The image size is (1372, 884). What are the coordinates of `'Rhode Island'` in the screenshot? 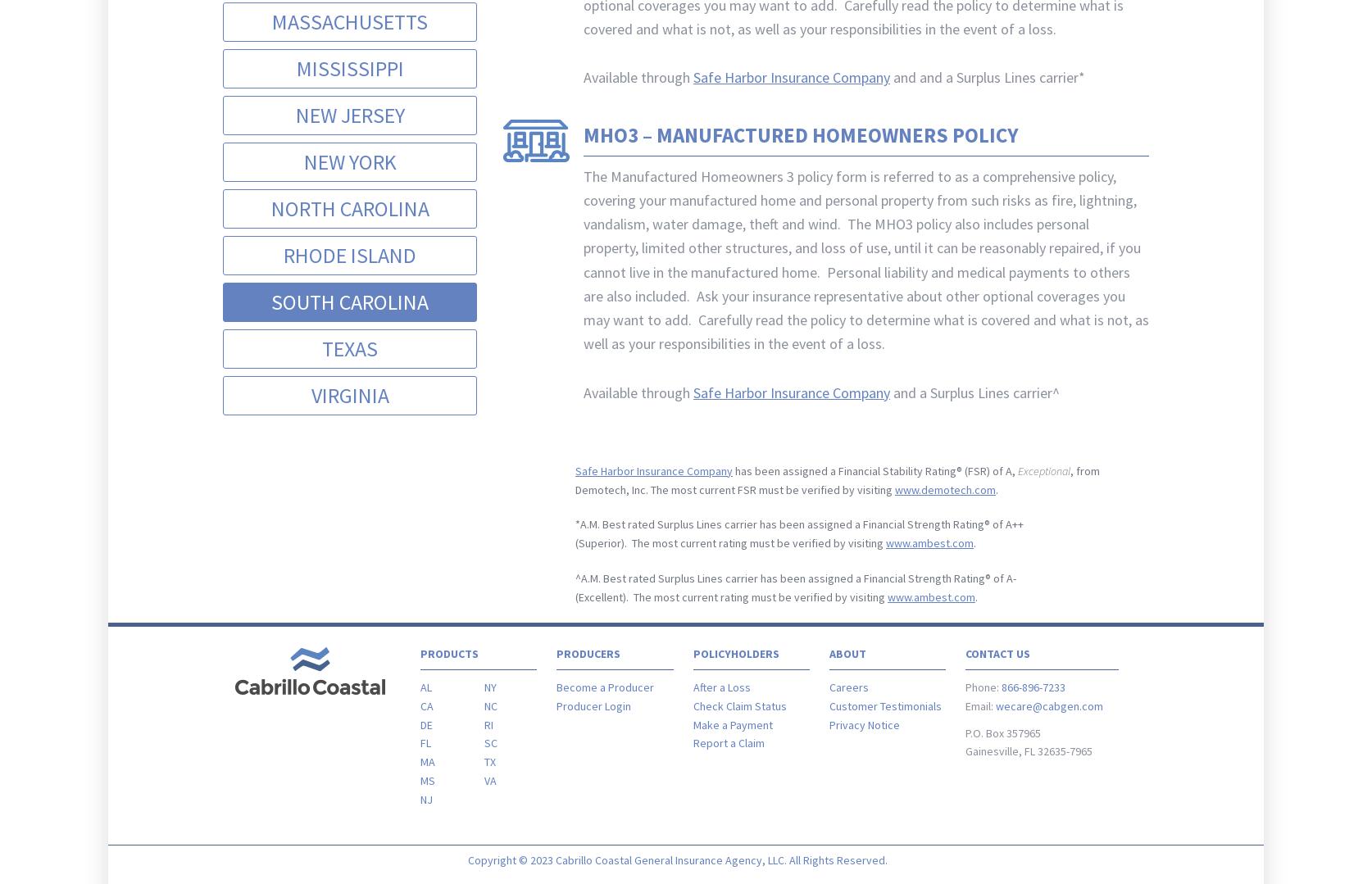 It's located at (349, 253).